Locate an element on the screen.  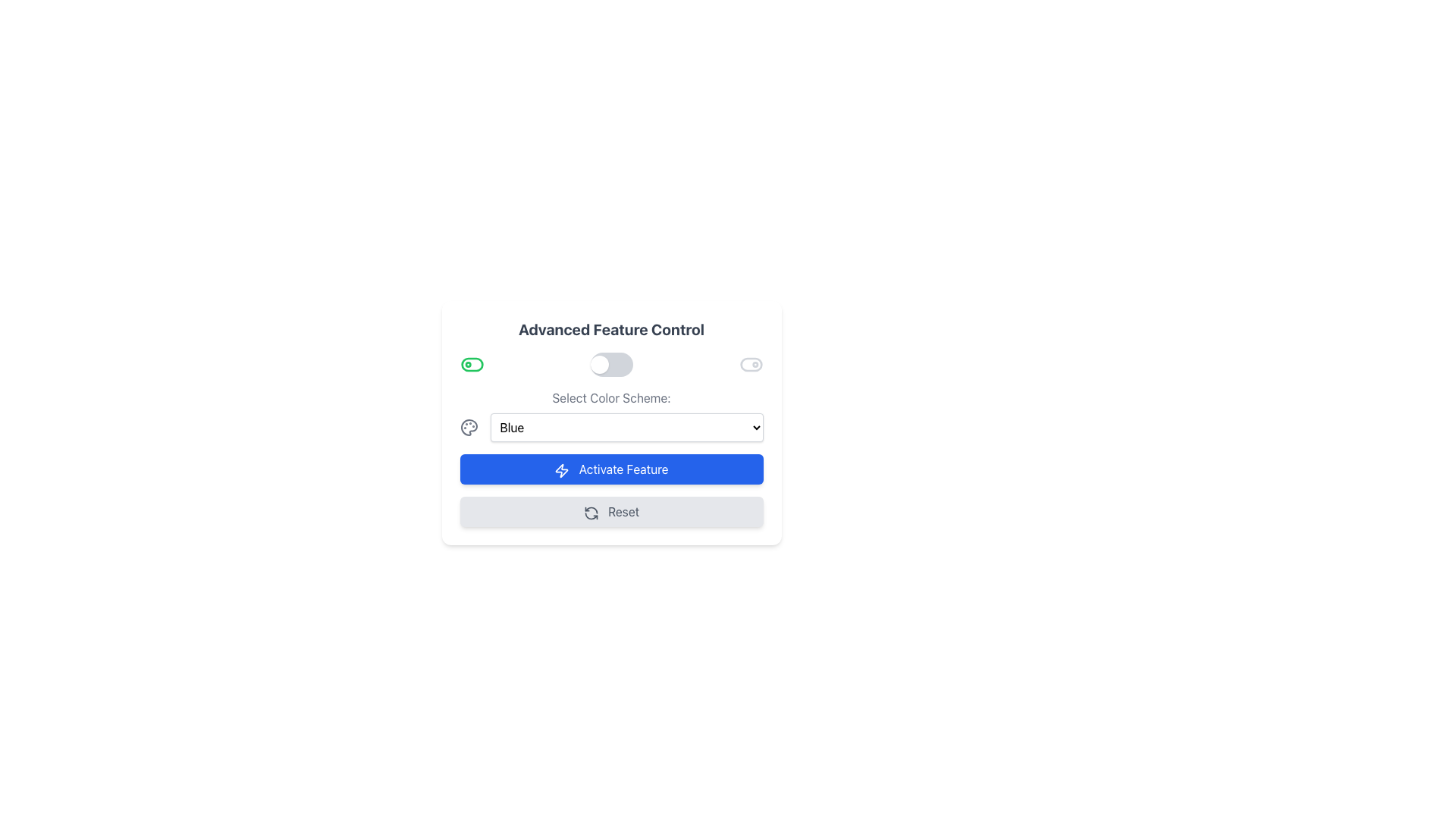
the text header that reads 'Advanced Feature Control', styled in bold, larger size, and dark gray color, located at the top of a card-like interface is located at coordinates (611, 329).